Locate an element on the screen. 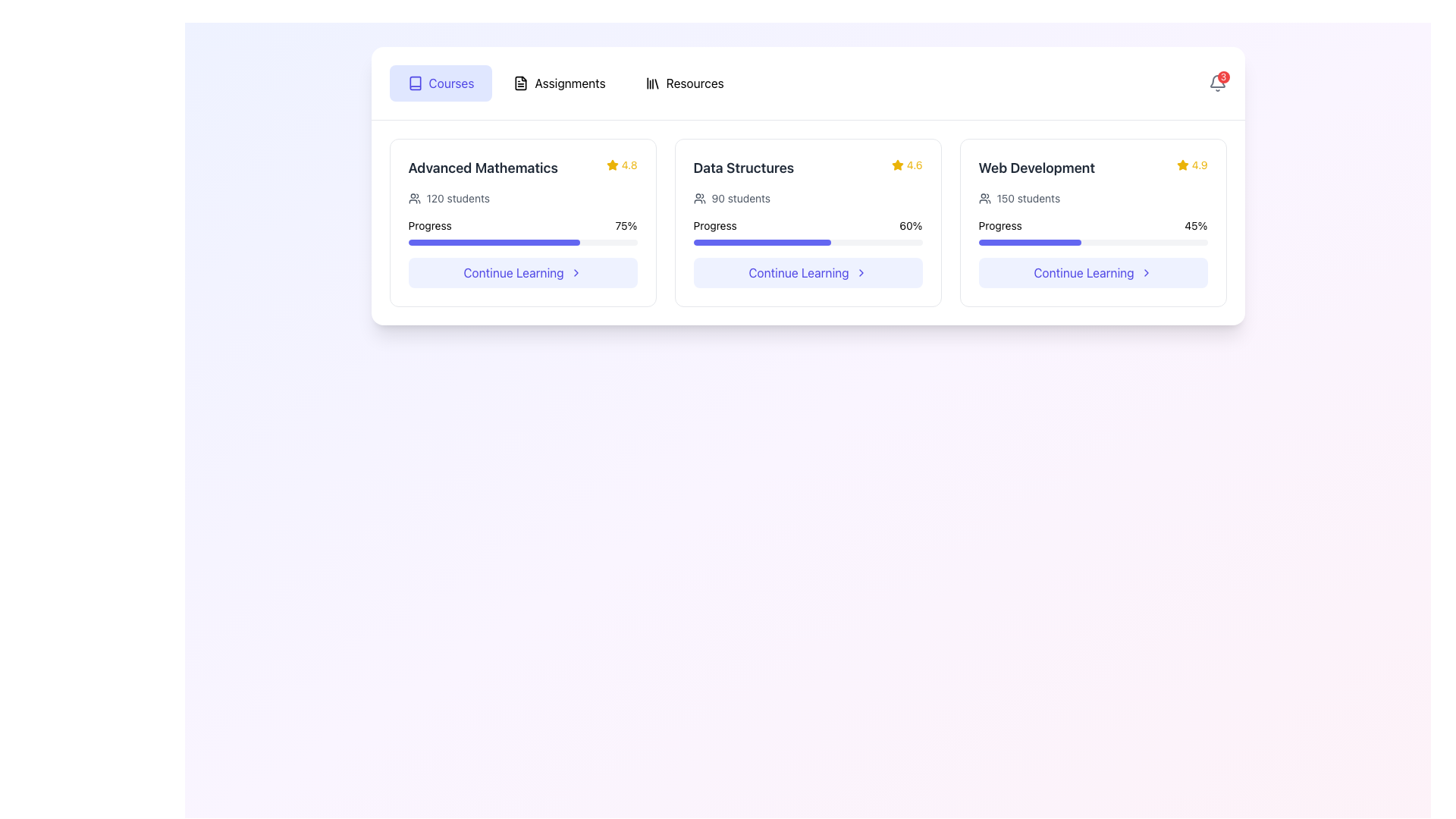  text label displaying '120 students' located within the 'Advanced Mathematics' card, to the right of the people icon, in the top-left section above the progress bar is located at coordinates (457, 198).